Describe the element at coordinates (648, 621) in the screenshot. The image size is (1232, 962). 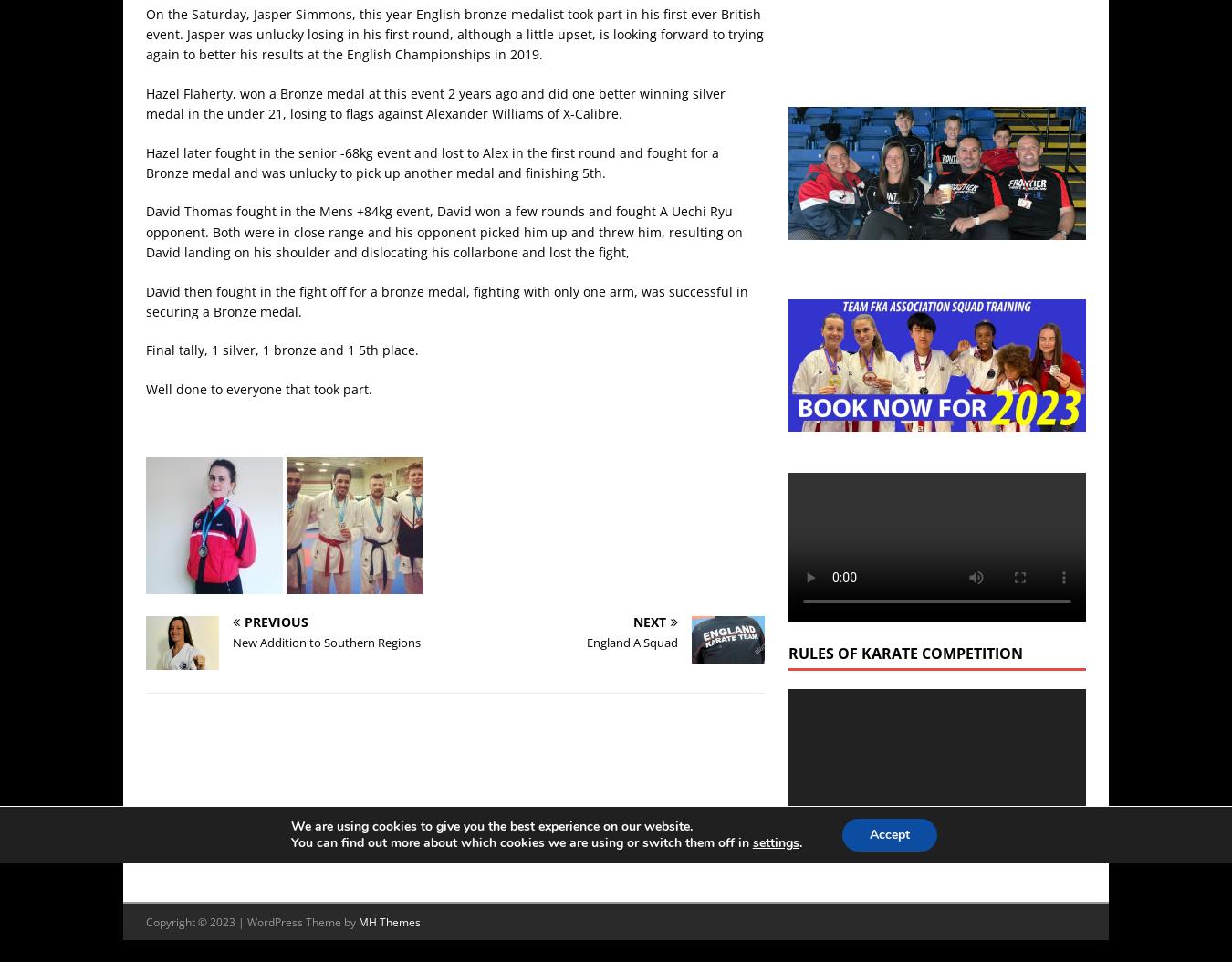
I see `'Next'` at that location.